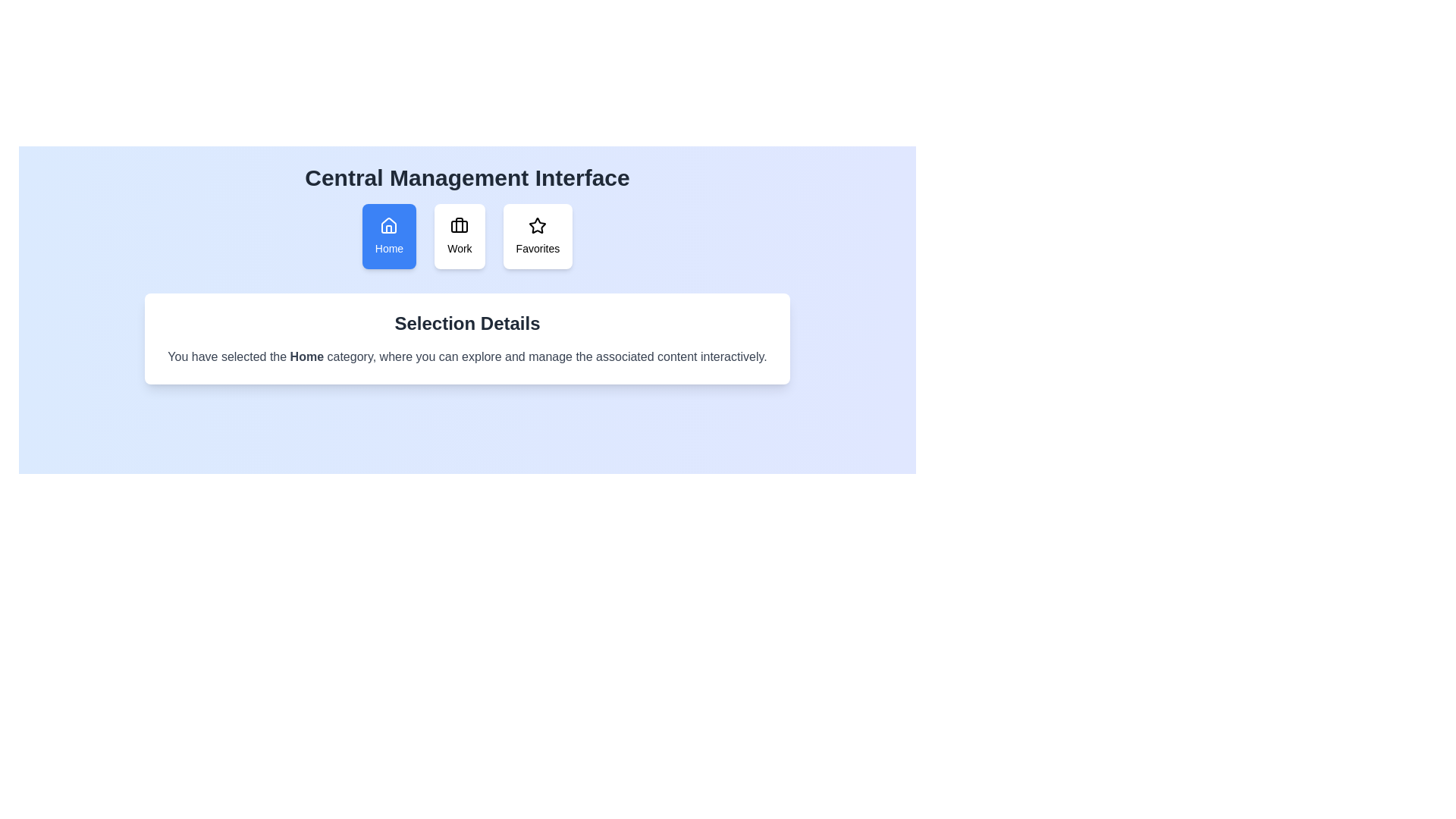 This screenshot has height=819, width=1456. Describe the element at coordinates (306, 356) in the screenshot. I see `the text element displaying 'Home' which is bold and located under the 'Selection Details' heading` at that location.